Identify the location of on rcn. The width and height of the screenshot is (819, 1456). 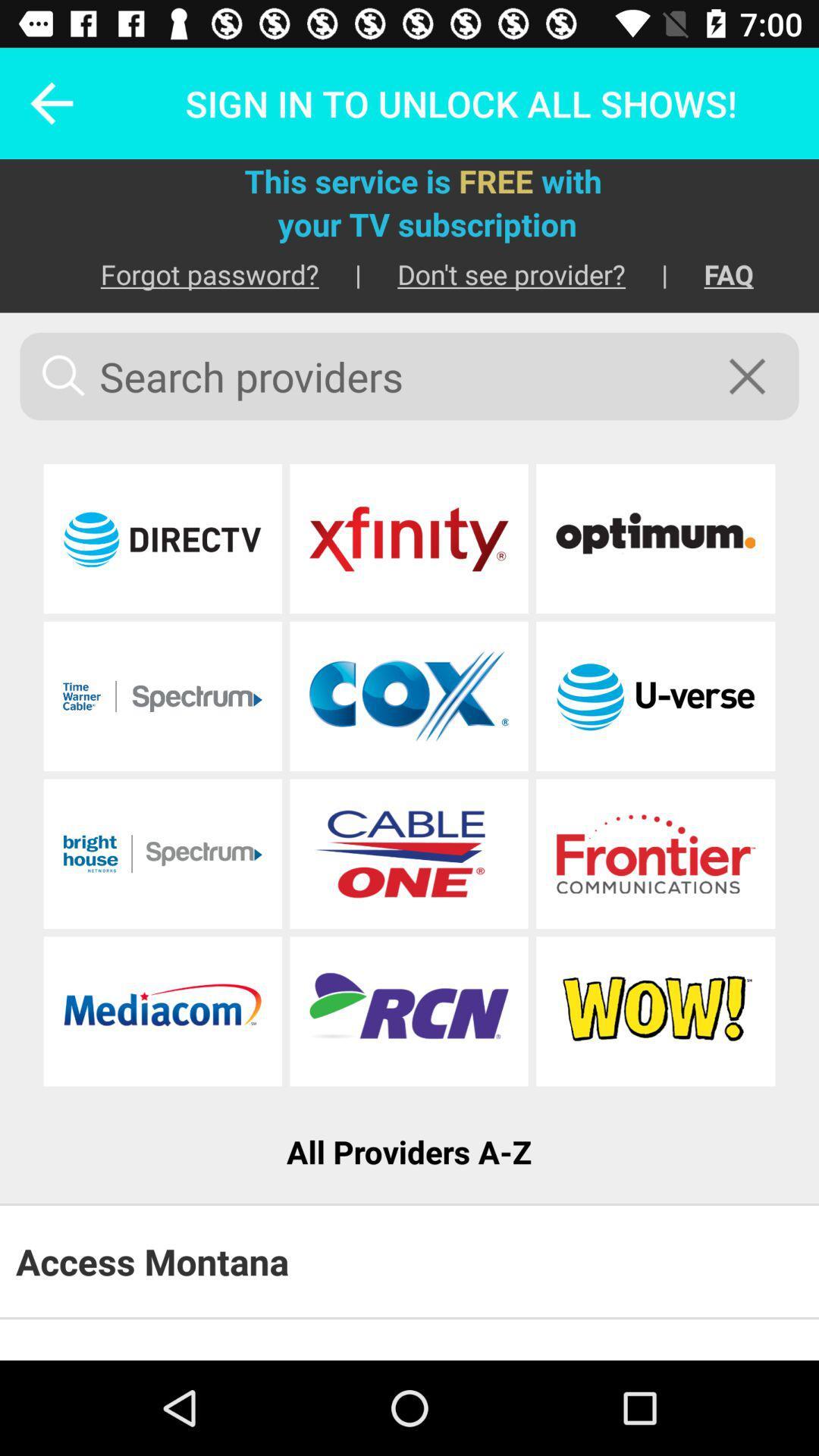
(408, 1011).